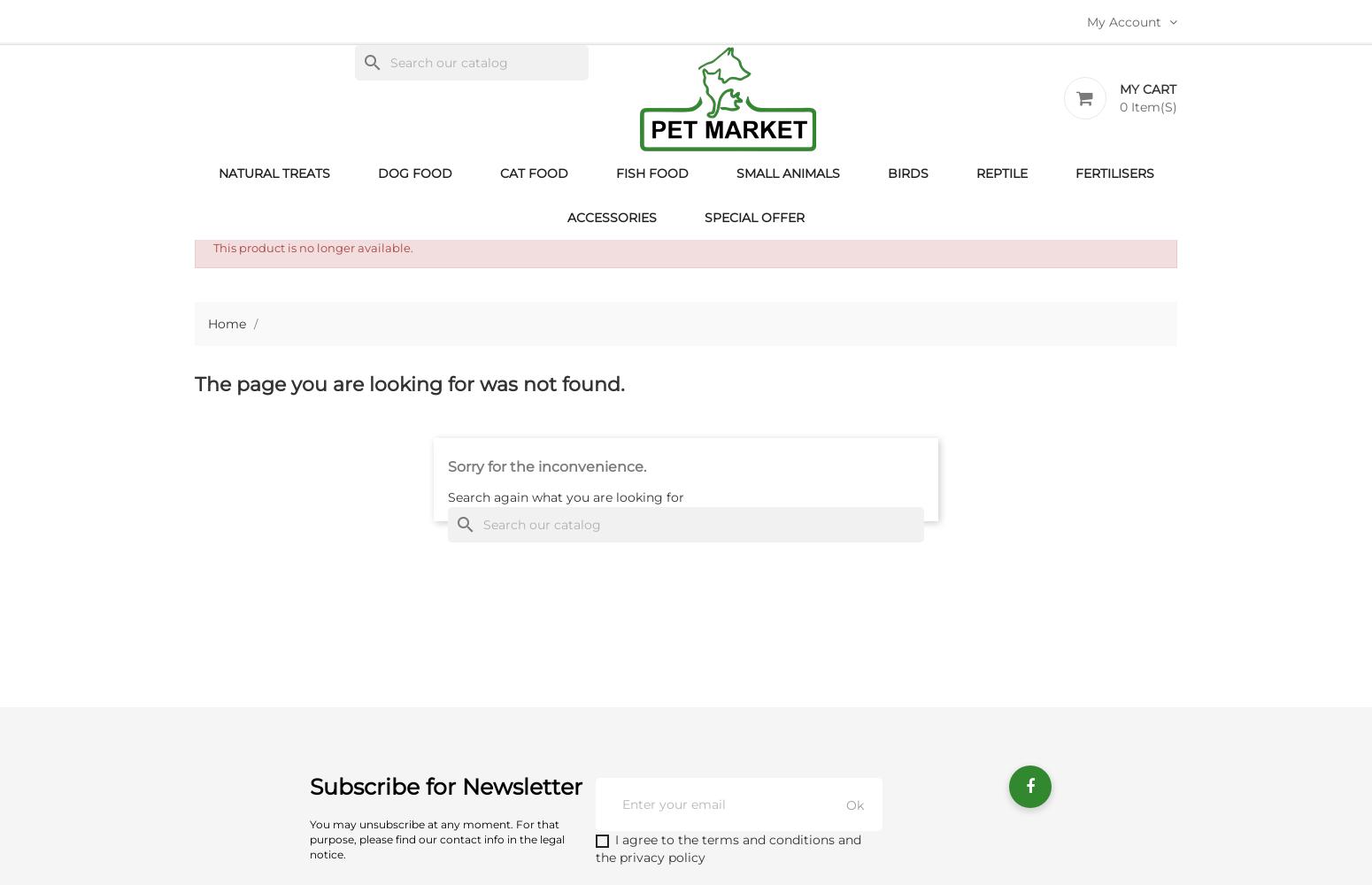 Image resolution: width=1372 pixels, height=885 pixels. What do you see at coordinates (1123, 106) in the screenshot?
I see `'0'` at bounding box center [1123, 106].